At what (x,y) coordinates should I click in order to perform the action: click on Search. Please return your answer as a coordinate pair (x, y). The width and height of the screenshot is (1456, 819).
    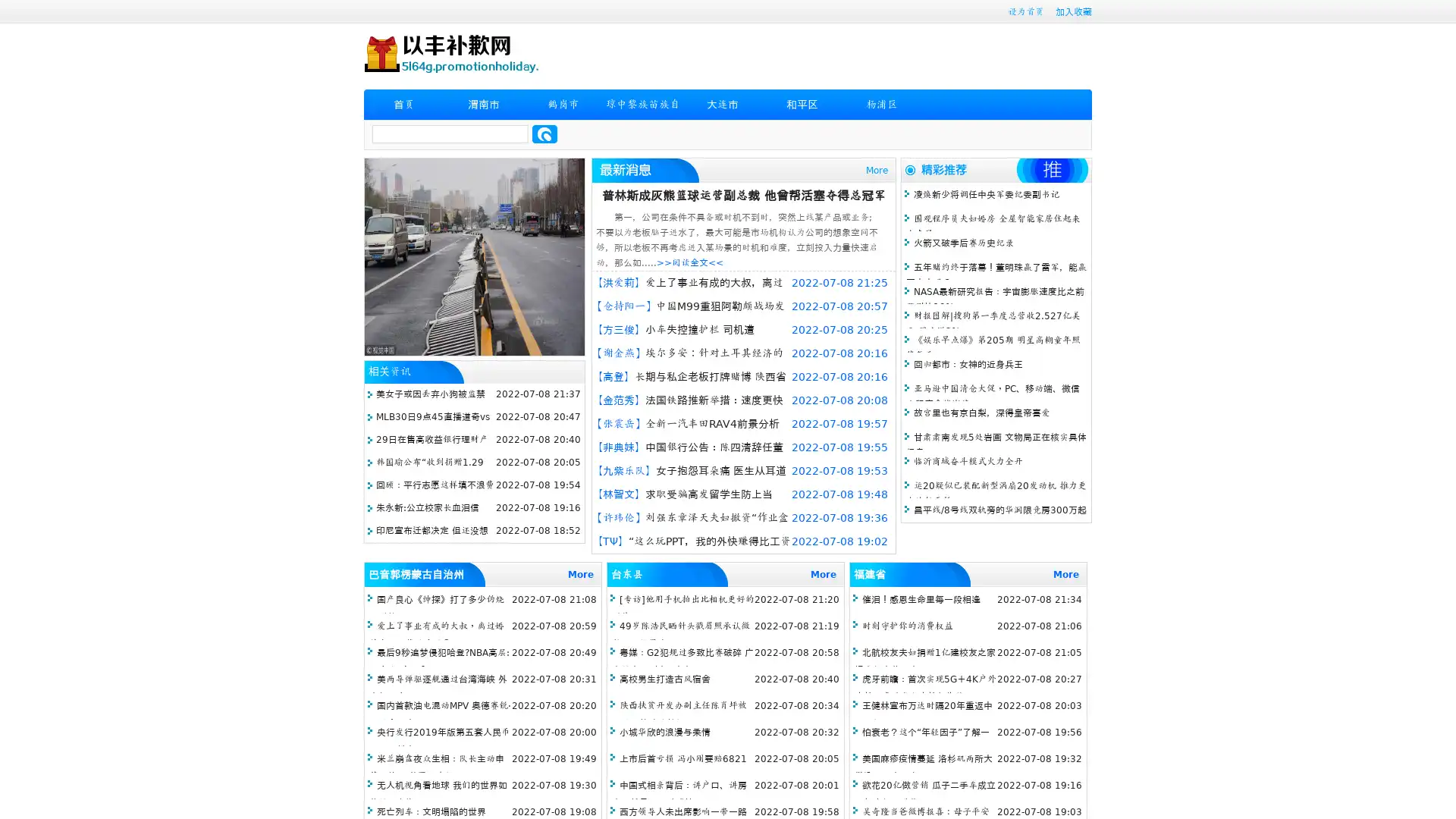
    Looking at the image, I should click on (544, 133).